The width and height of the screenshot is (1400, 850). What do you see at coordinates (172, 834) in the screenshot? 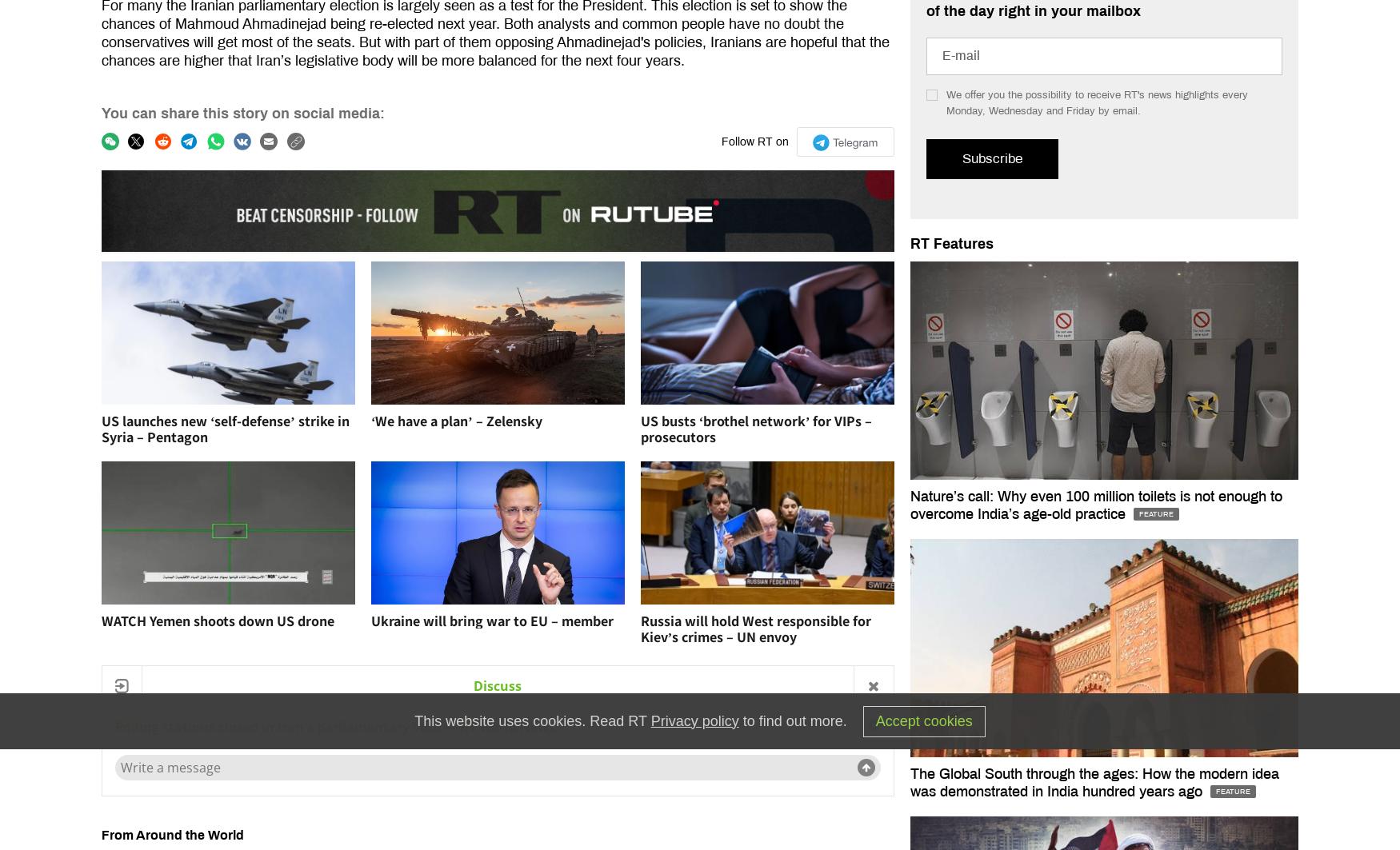
I see `'From Around the World'` at bounding box center [172, 834].